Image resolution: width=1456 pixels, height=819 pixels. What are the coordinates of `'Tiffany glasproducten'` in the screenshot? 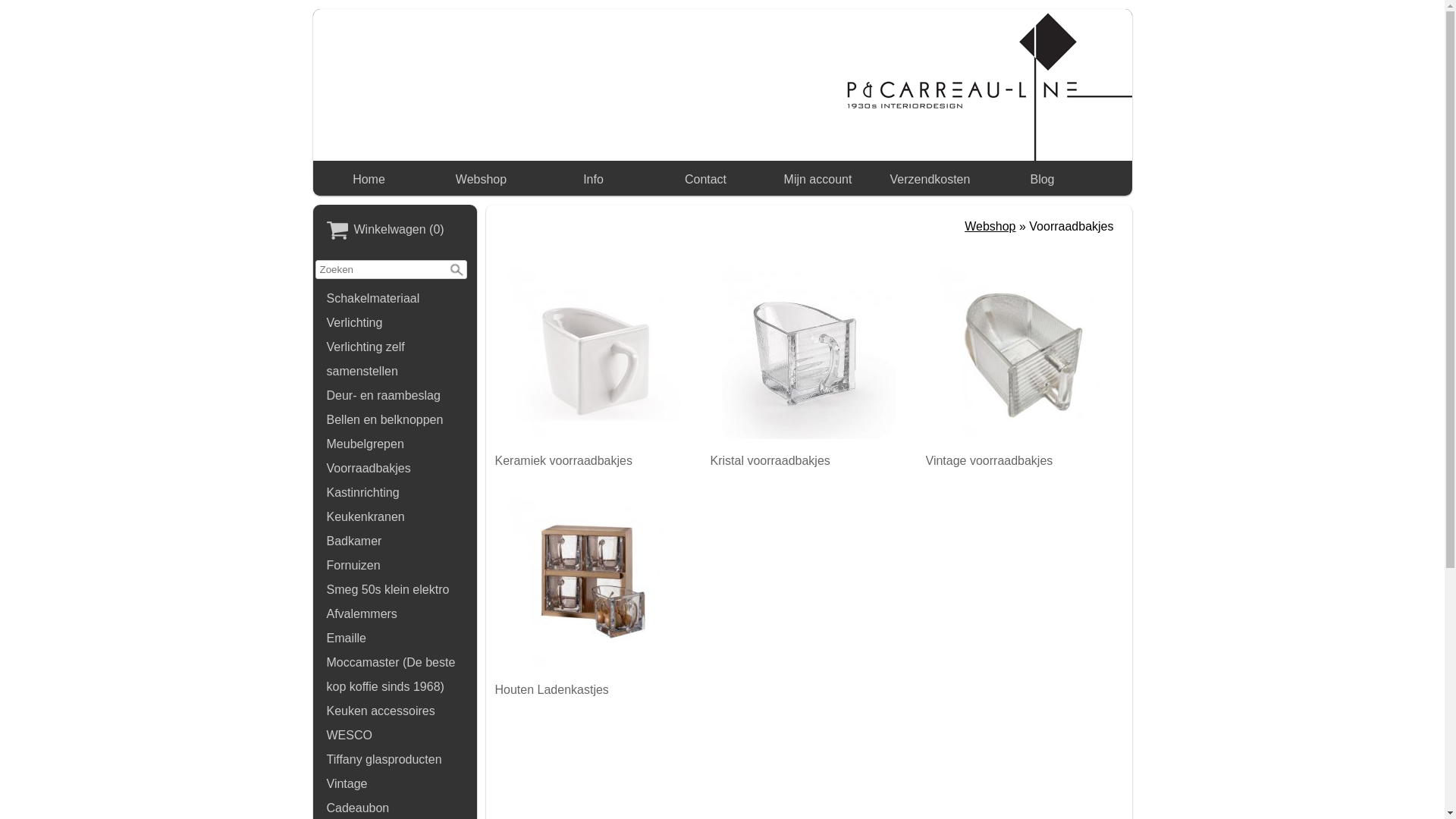 It's located at (395, 760).